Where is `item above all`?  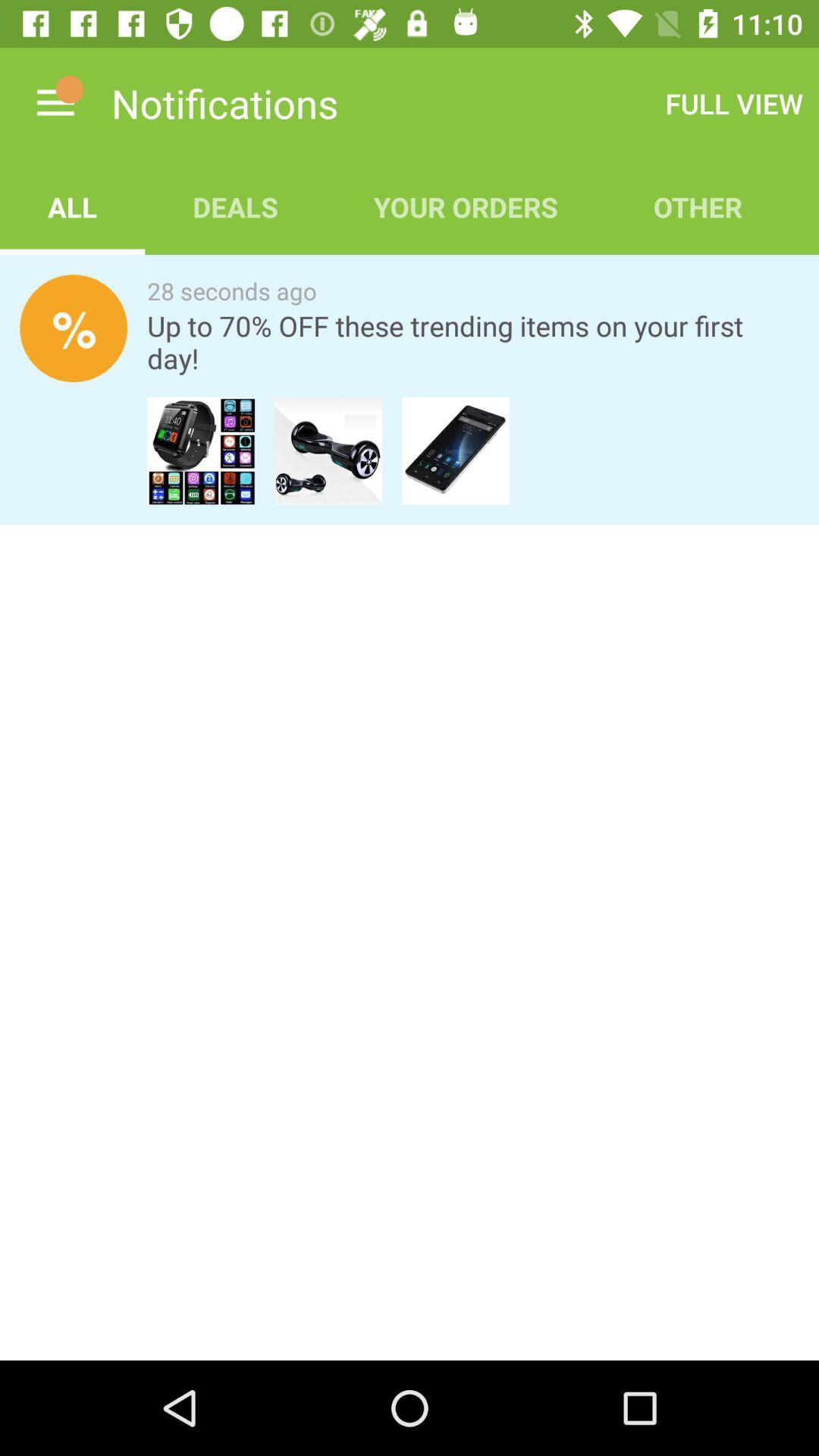
item above all is located at coordinates (55, 102).